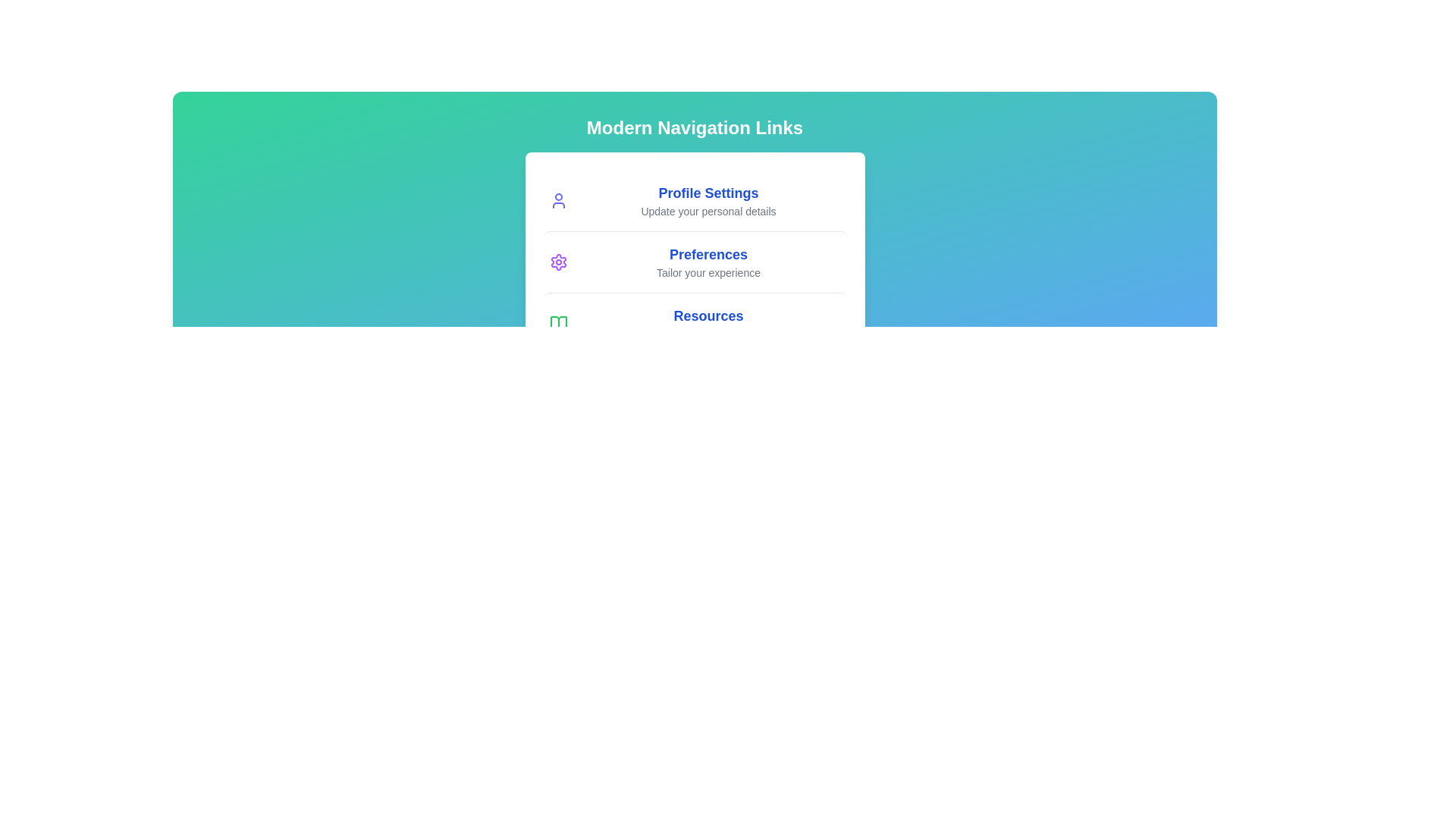 The image size is (1456, 819). I want to click on the interactive navigation link located between the 'Profile Settings' and 'Resources' sections to visualize its interactive state, so click(694, 262).